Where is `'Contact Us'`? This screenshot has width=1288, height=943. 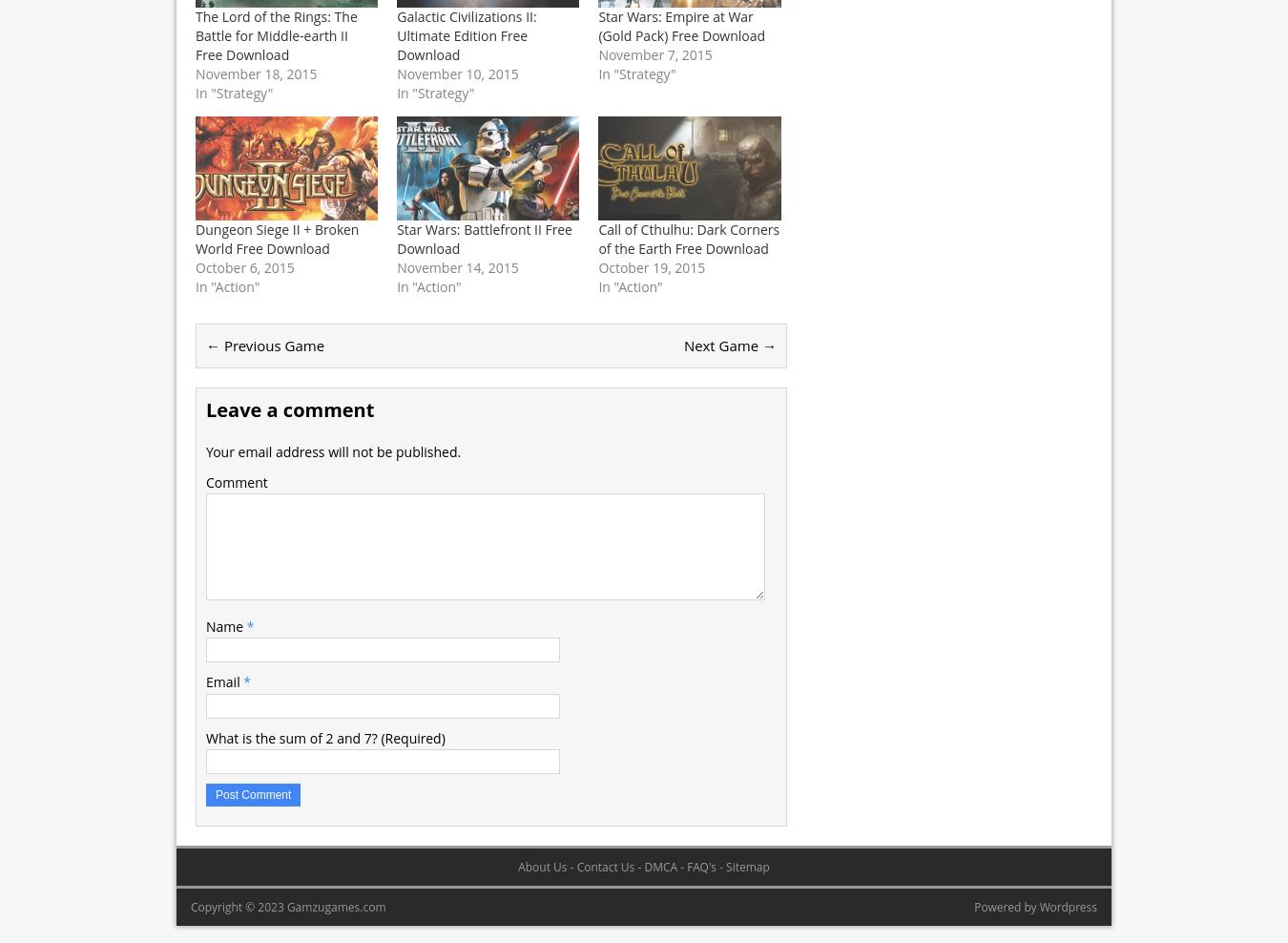
'Contact Us' is located at coordinates (605, 865).